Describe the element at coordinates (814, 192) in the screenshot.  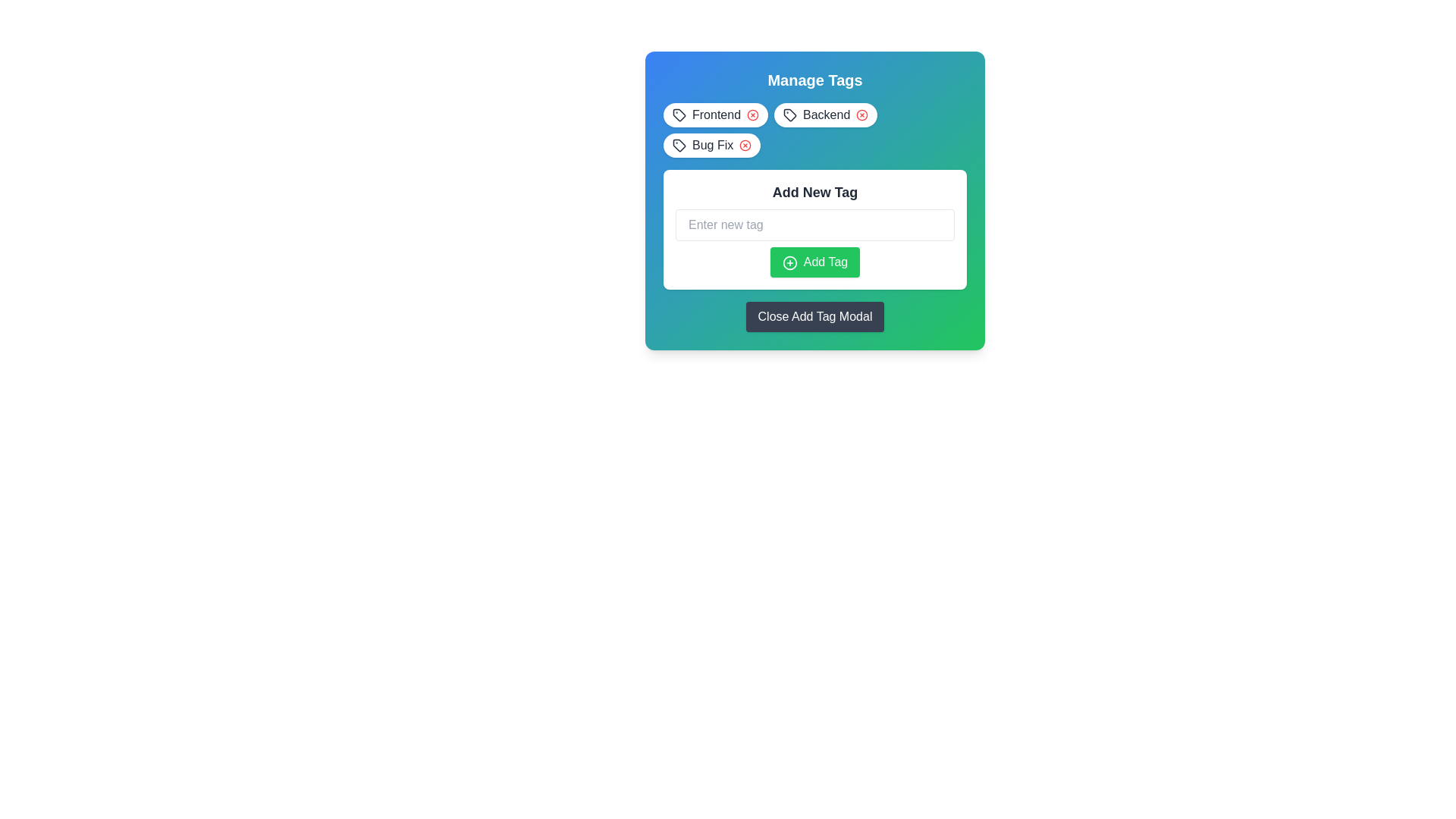
I see `the static text display that serves as a section title for adding a new tag, located at the top of its containing card in the modal interface` at that location.